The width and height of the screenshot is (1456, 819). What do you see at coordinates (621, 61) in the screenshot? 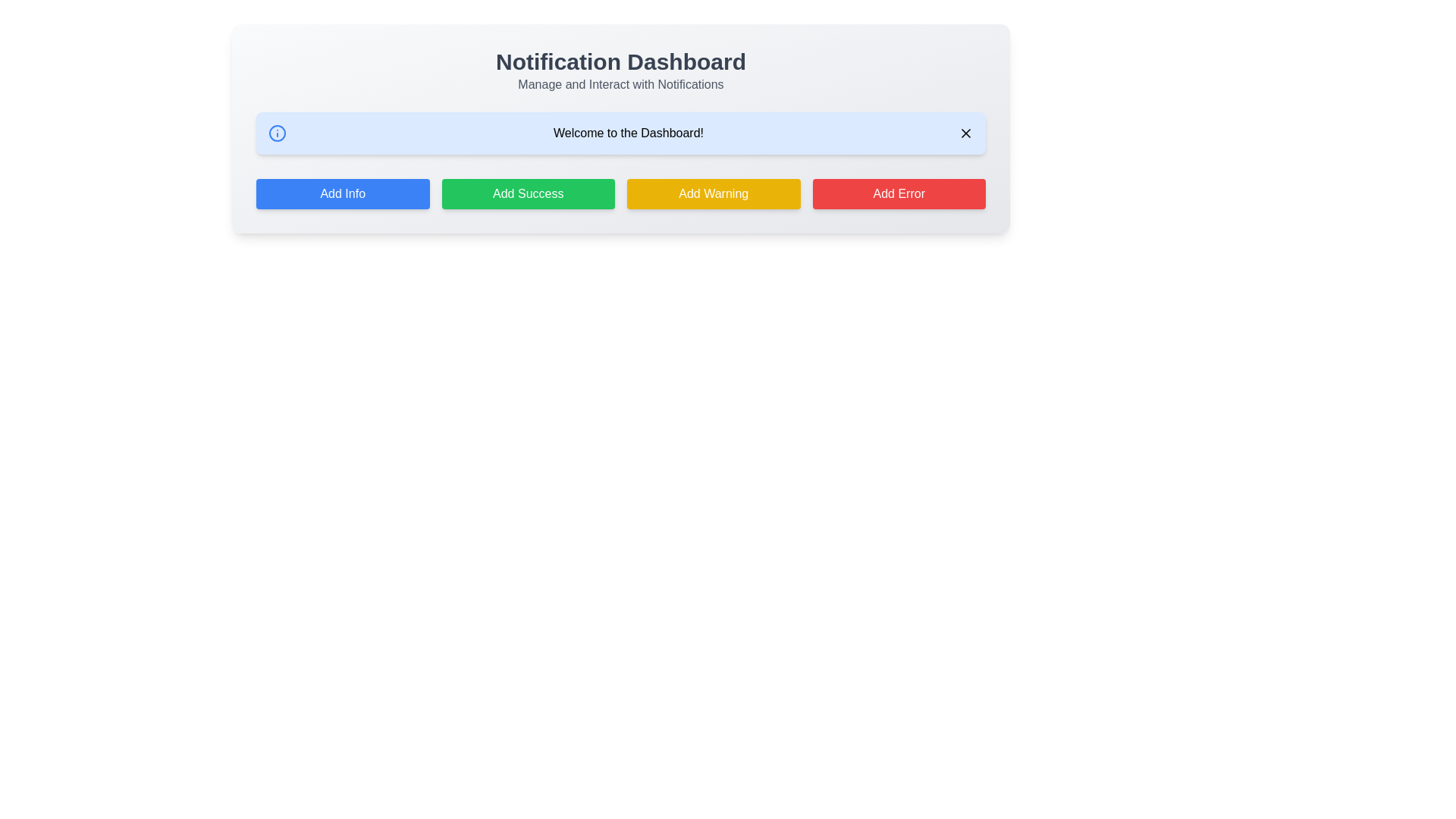
I see `the Header text or title label located at the top of the interface, indicating the purpose or theme of the page, centered horizontally above the text 'Manage and Interact with Notifications'` at bounding box center [621, 61].